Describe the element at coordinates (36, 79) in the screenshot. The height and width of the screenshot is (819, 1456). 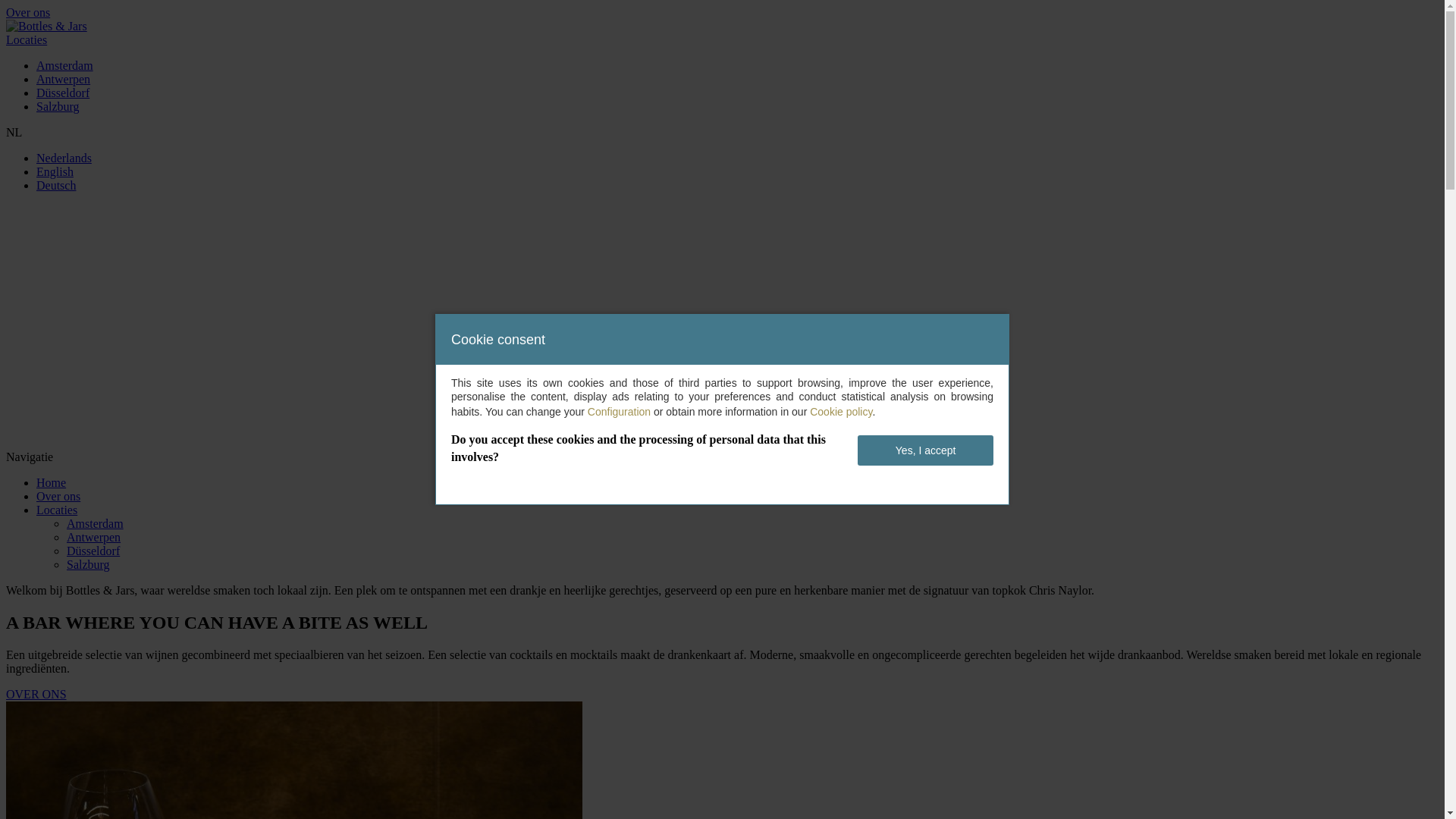
I see `'Antwerpen'` at that location.